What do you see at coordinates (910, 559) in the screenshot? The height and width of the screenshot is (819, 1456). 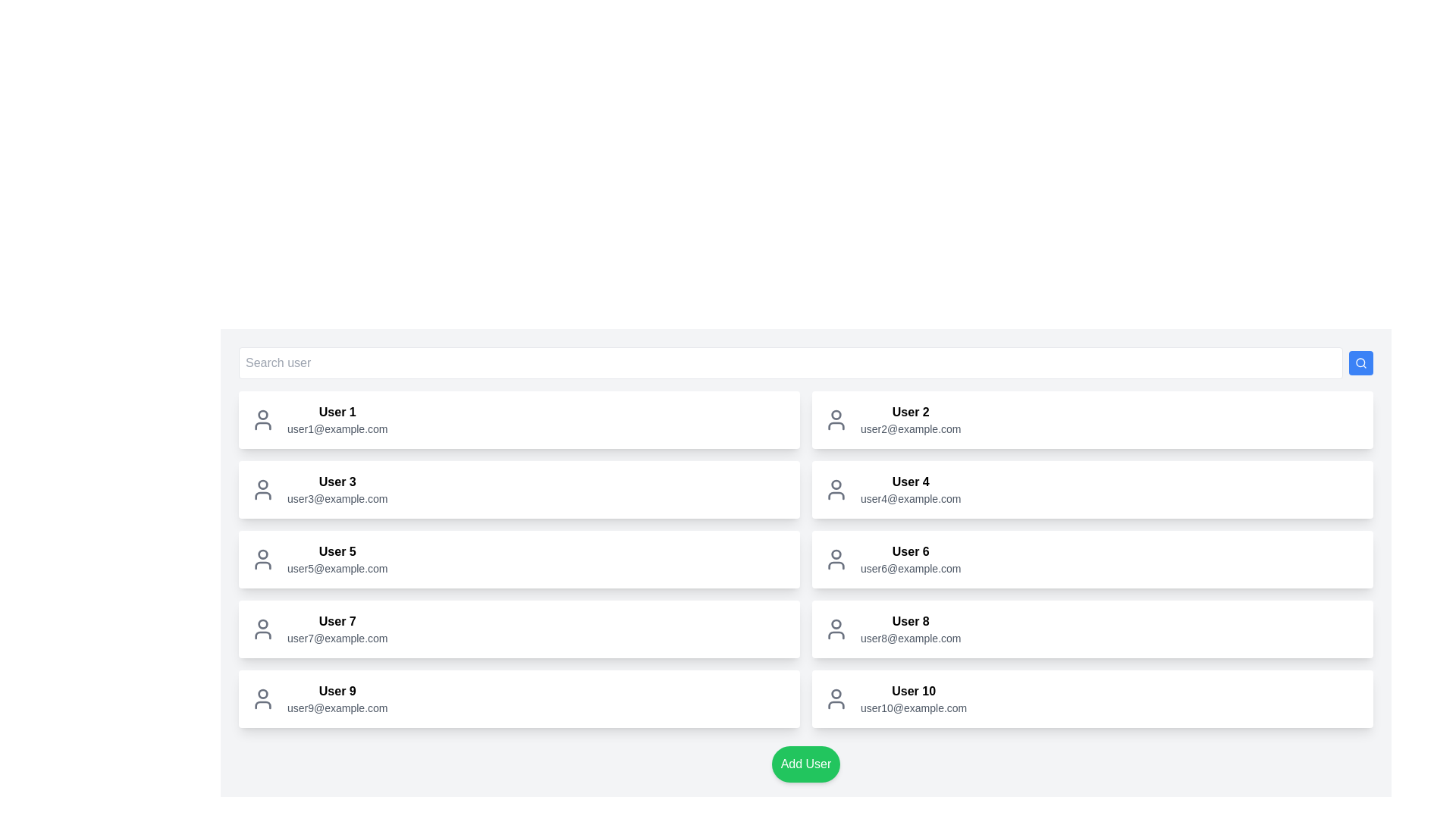 I see `displayed information of the text element showing 'User 6' and 'user6@example.com', which is located in the right column of the grid layout, specifically in the third row, below 'User 4' and above 'User 8'` at bounding box center [910, 559].